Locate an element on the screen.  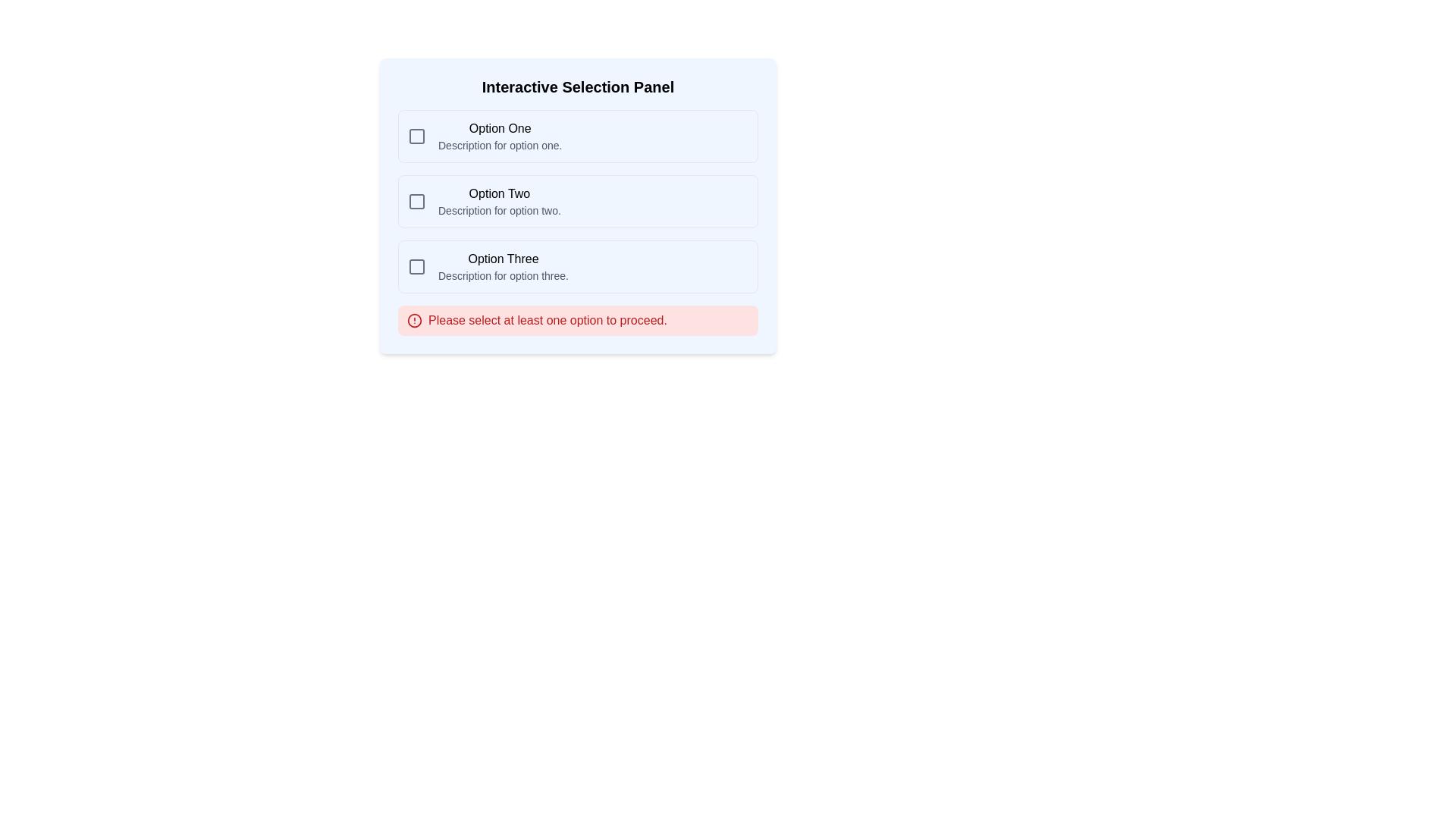
the checkbox is located at coordinates (417, 201).